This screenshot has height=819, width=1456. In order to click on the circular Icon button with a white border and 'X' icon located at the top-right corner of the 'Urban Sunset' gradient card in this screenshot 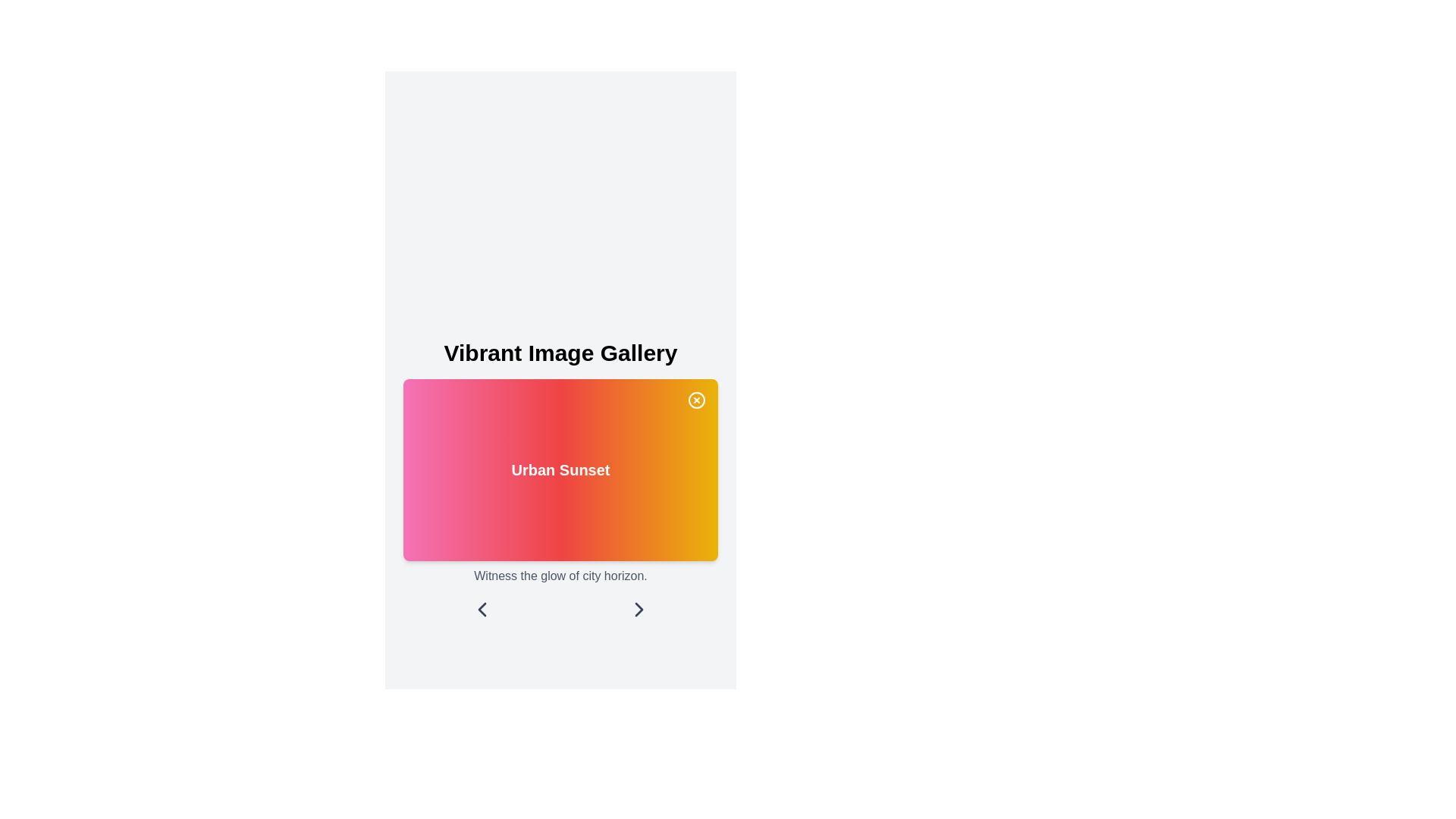, I will do `click(695, 400)`.